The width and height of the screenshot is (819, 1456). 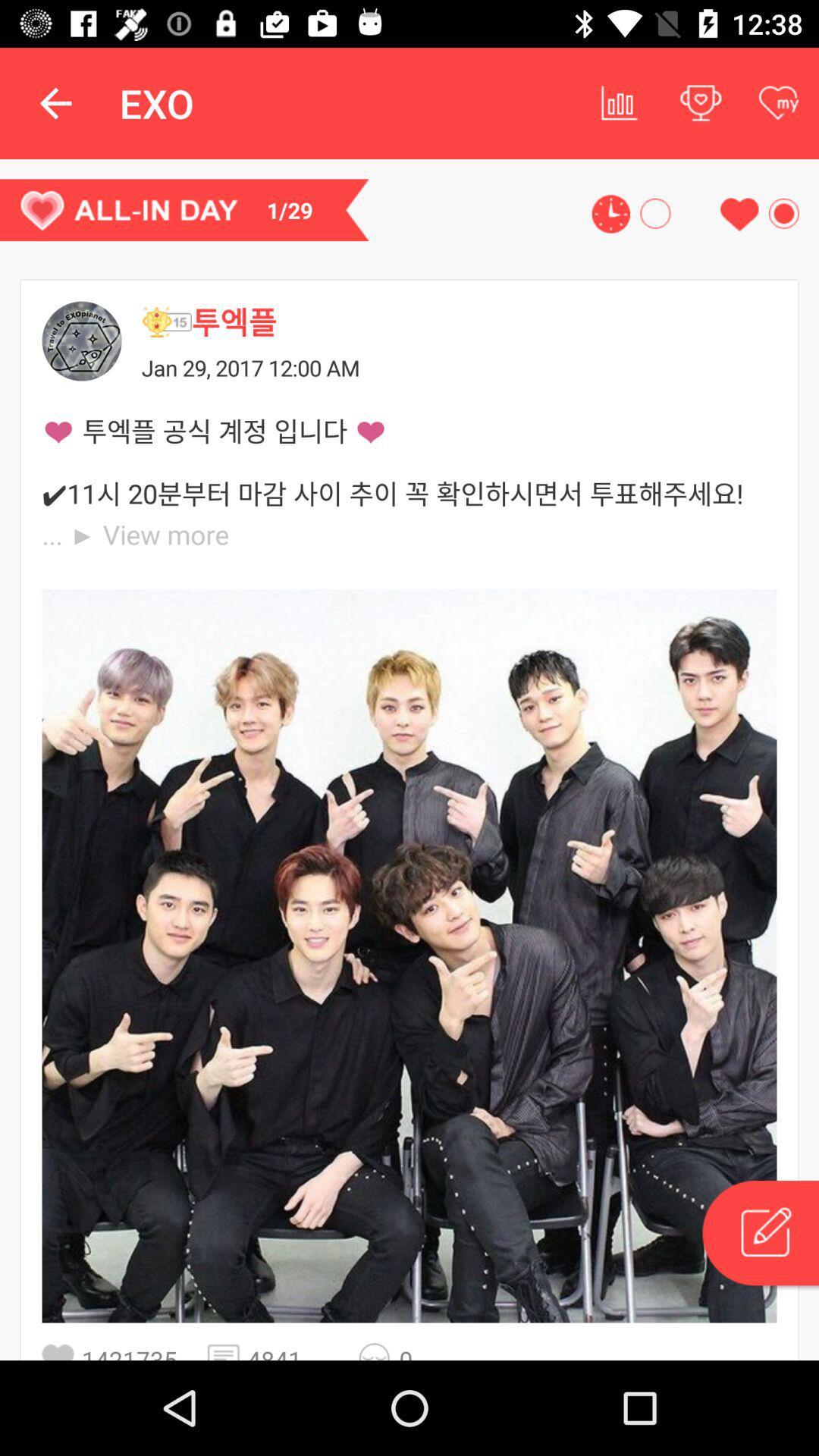 I want to click on the item next to the 0 icon, so click(x=378, y=1351).